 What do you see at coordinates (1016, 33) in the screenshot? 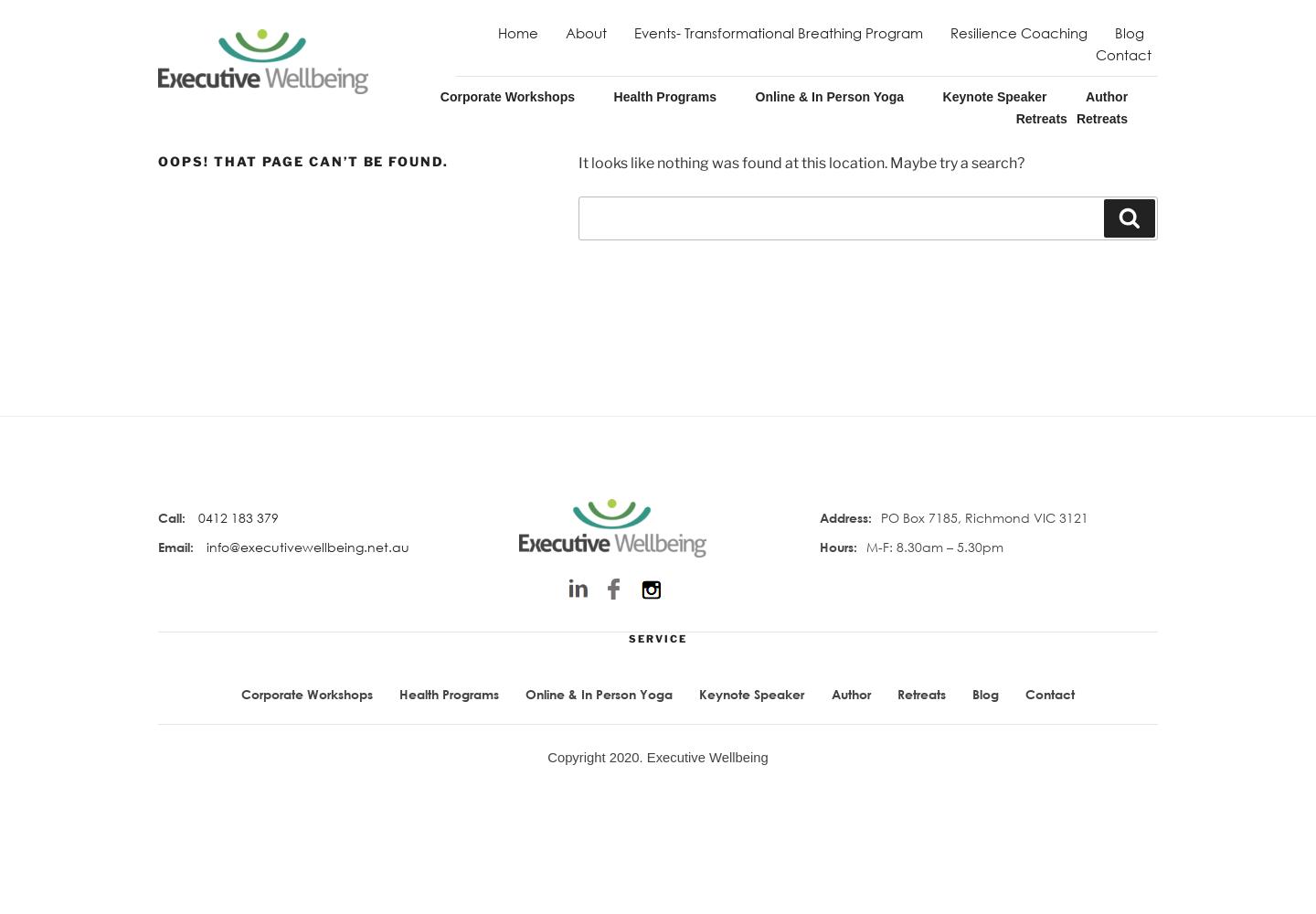
I see `'Resilience Coaching'` at bounding box center [1016, 33].